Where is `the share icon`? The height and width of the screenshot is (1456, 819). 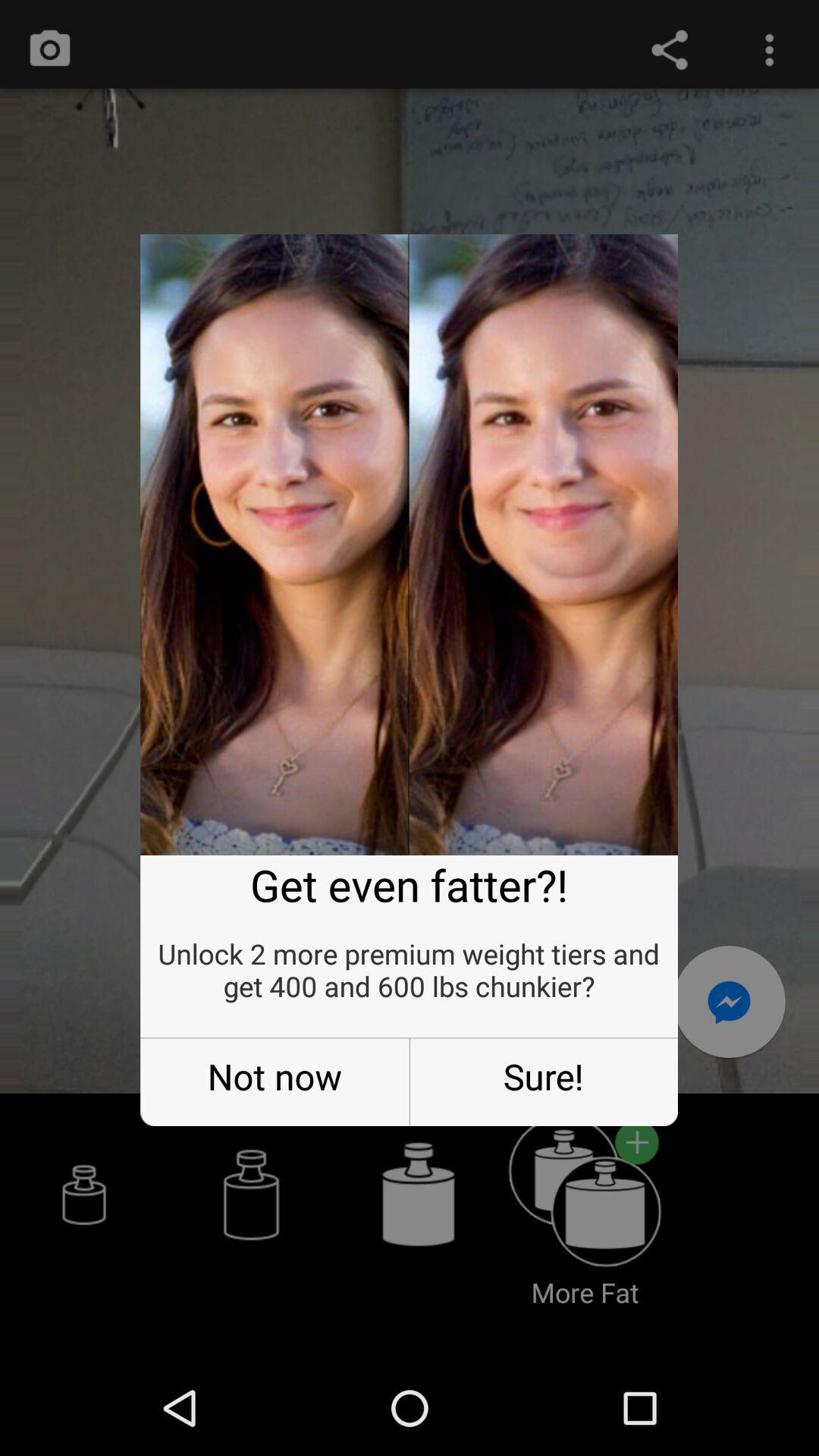 the share icon is located at coordinates (669, 53).